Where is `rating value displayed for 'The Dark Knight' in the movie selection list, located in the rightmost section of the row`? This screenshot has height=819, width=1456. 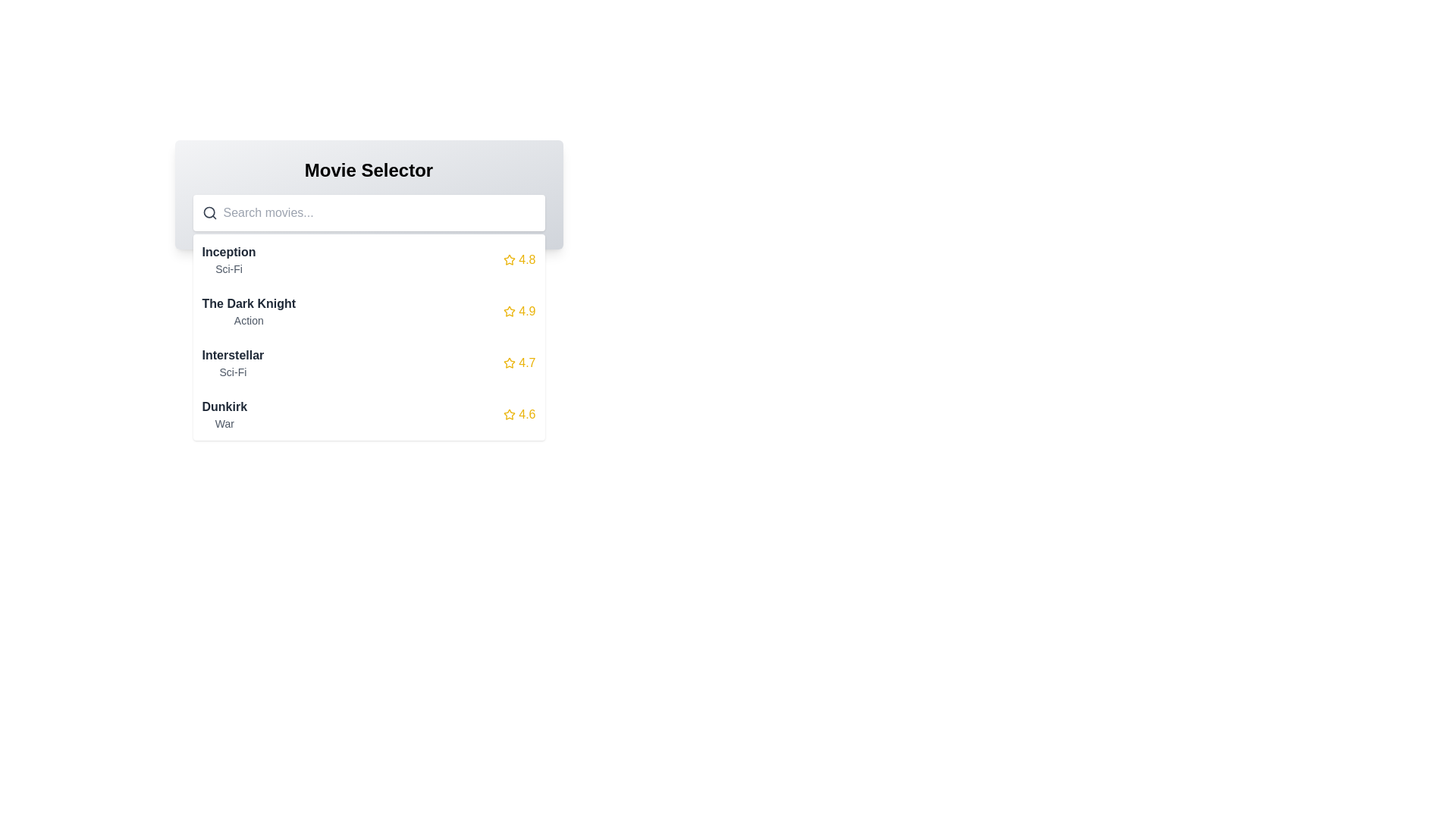
rating value displayed for 'The Dark Knight' in the movie selection list, located in the rightmost section of the row is located at coordinates (519, 311).